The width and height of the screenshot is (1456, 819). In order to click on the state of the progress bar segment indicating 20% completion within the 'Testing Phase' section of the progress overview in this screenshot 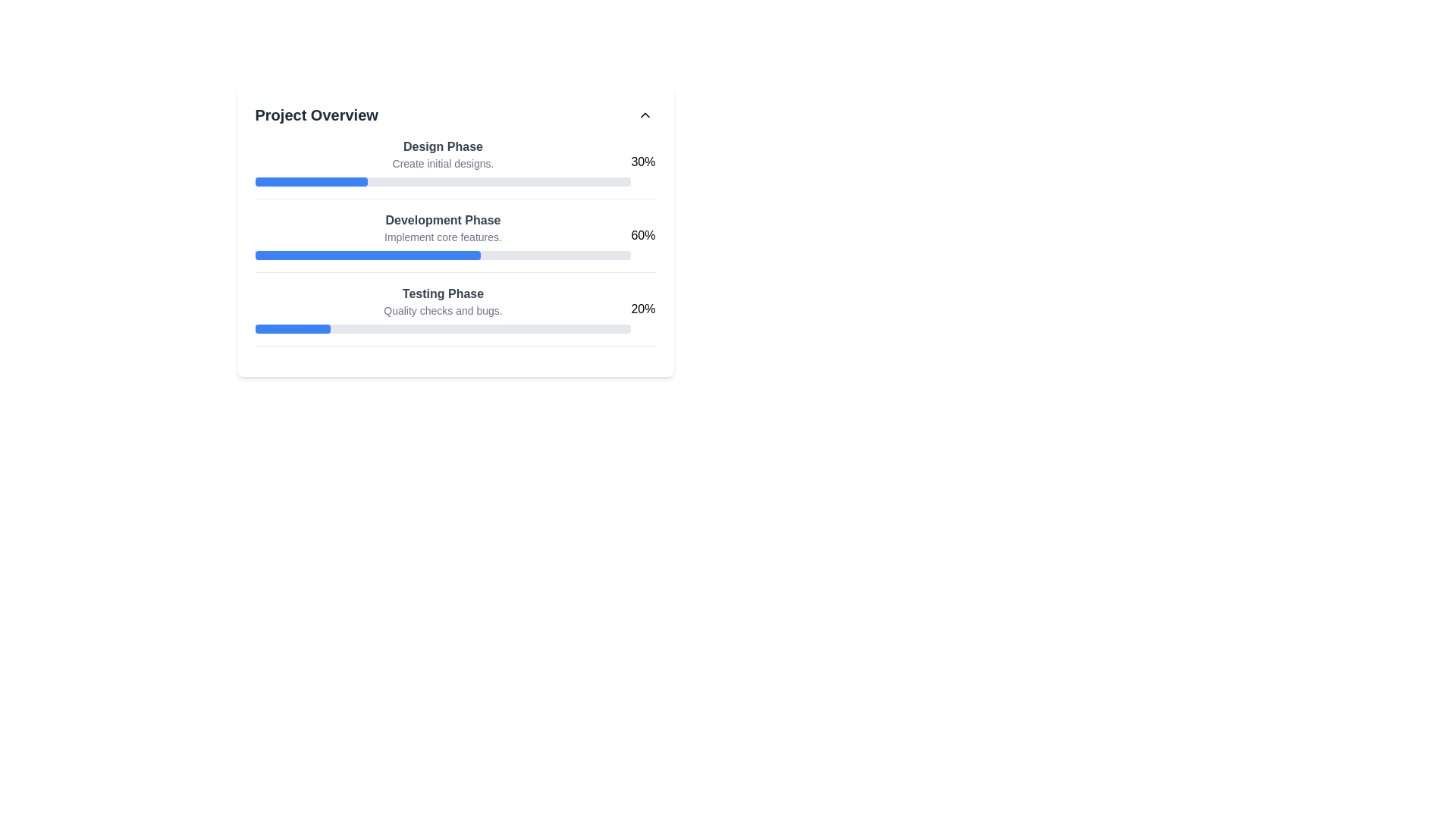, I will do `click(293, 328)`.